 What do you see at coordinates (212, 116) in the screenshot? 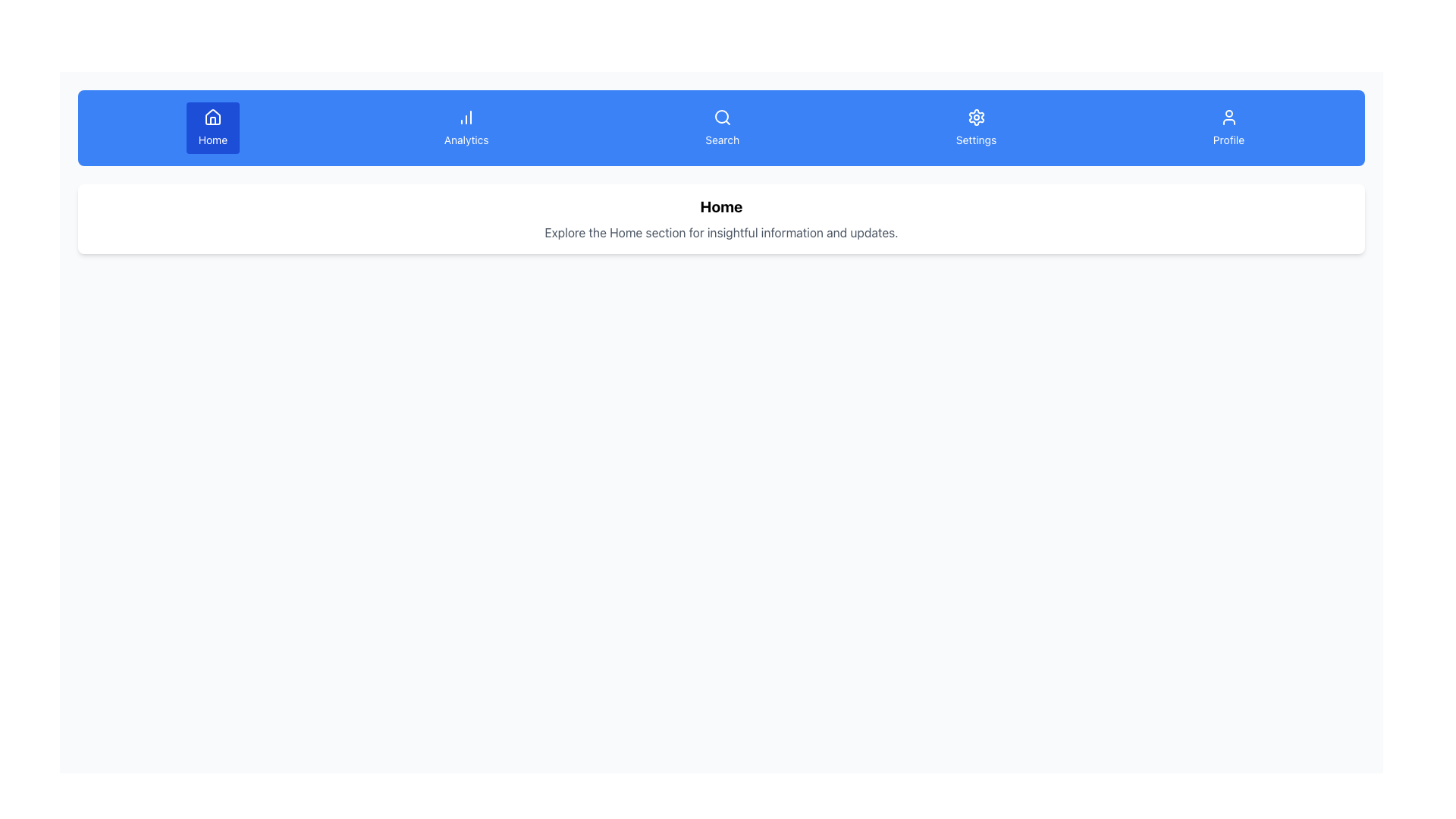
I see `the white outline house icon located in the blue rectangular section on the left of the menu bar` at bounding box center [212, 116].